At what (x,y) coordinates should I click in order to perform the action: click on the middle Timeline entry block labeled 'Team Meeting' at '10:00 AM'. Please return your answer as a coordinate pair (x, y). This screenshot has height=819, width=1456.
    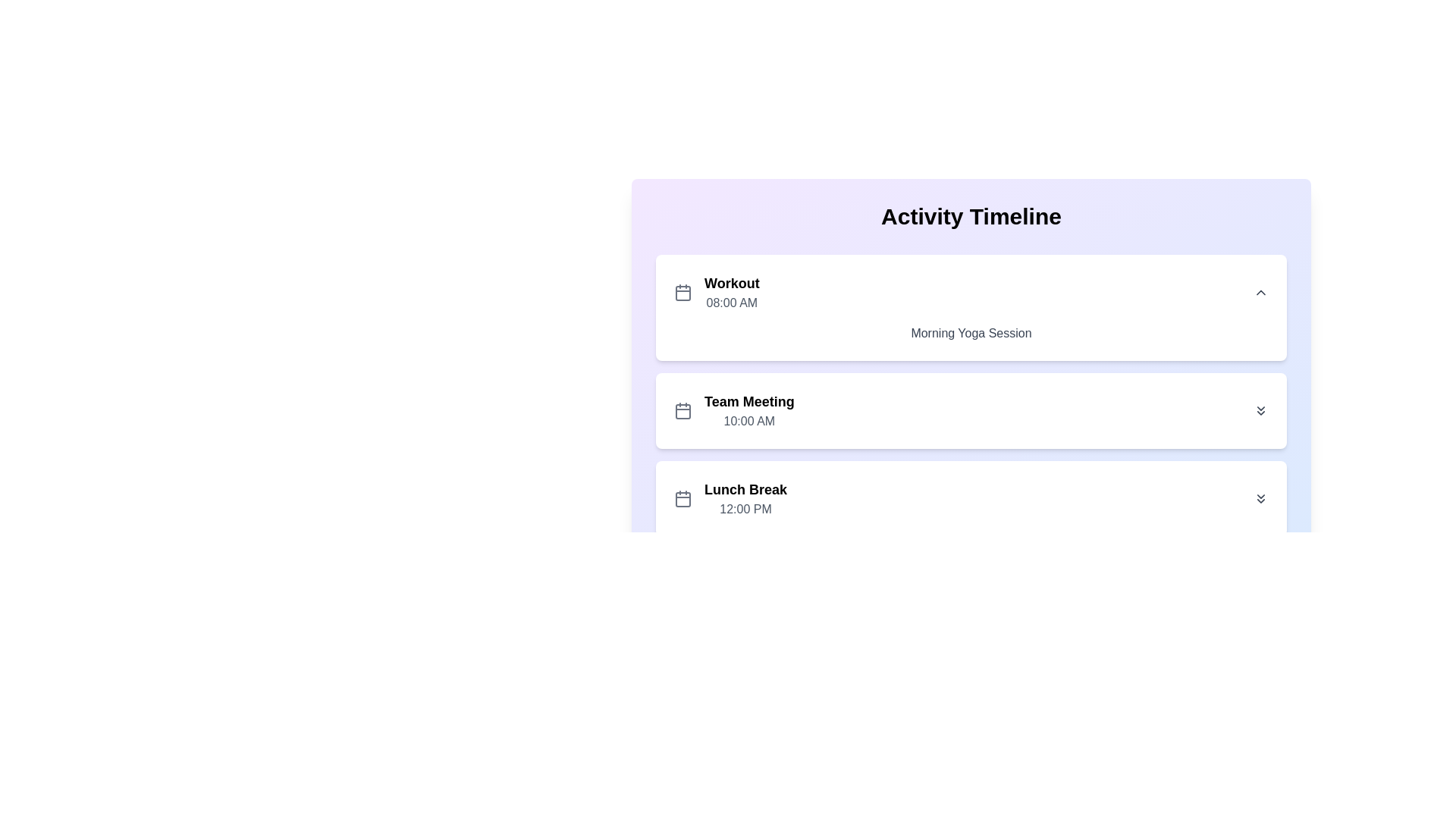
    Looking at the image, I should click on (971, 394).